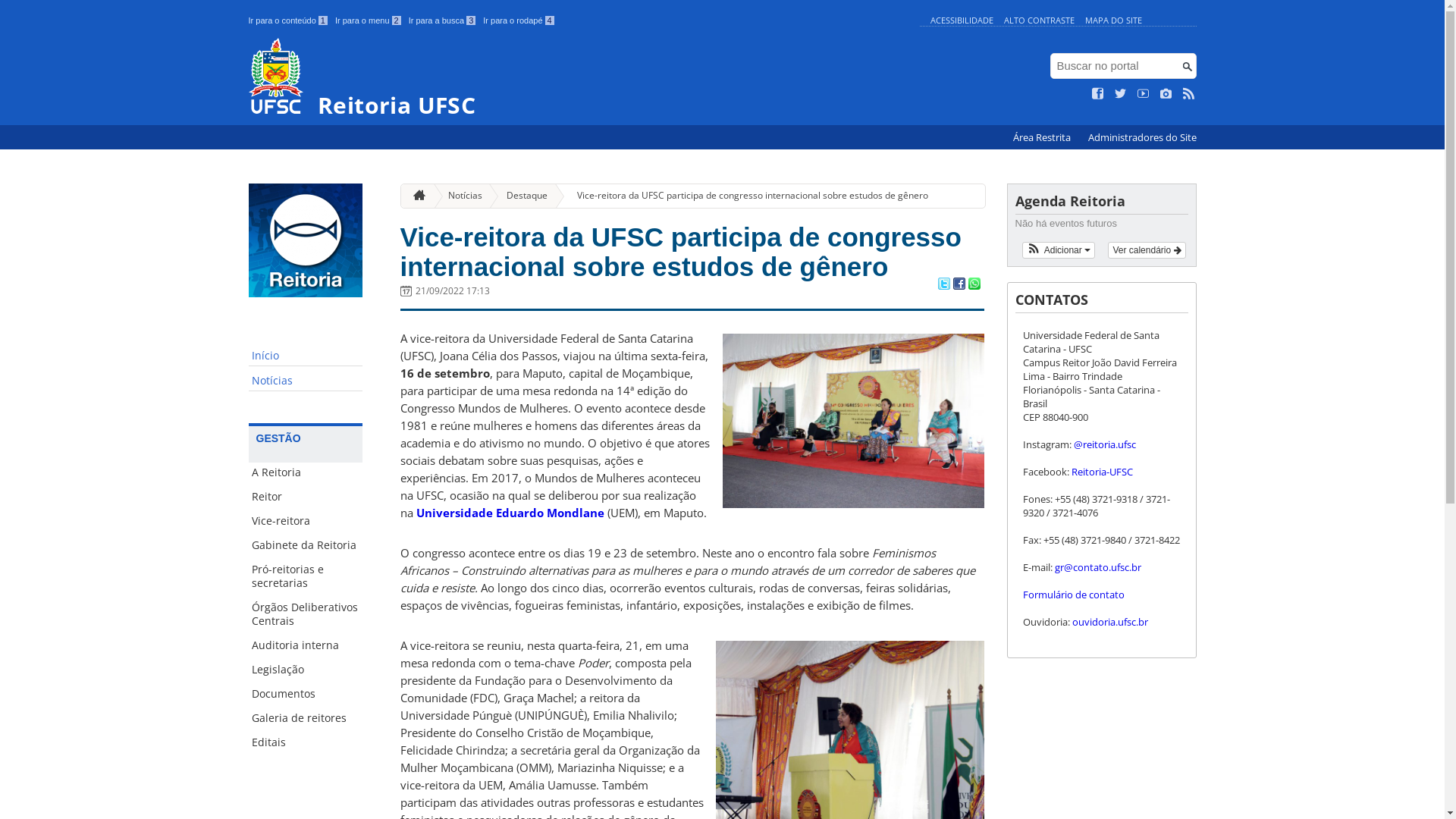 The height and width of the screenshot is (819, 1456). Describe the element at coordinates (1038, 20) in the screenshot. I see `'ALTO CONTRASTE'` at that location.